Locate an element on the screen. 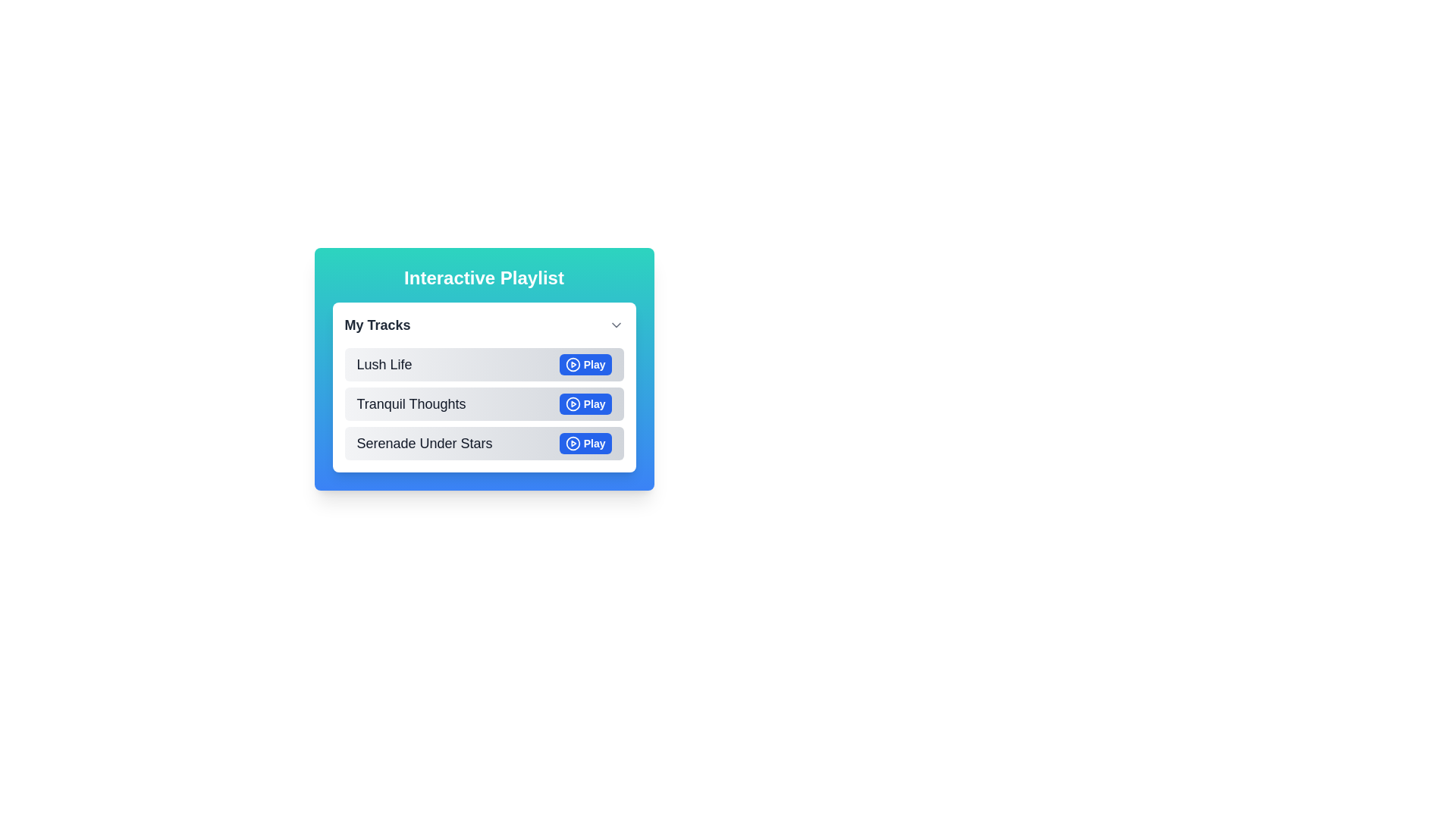  the play button icon located in the first row of buttons of the Interactive Playlist interface to initiate playback of the track 'Lush Life' is located at coordinates (572, 365).